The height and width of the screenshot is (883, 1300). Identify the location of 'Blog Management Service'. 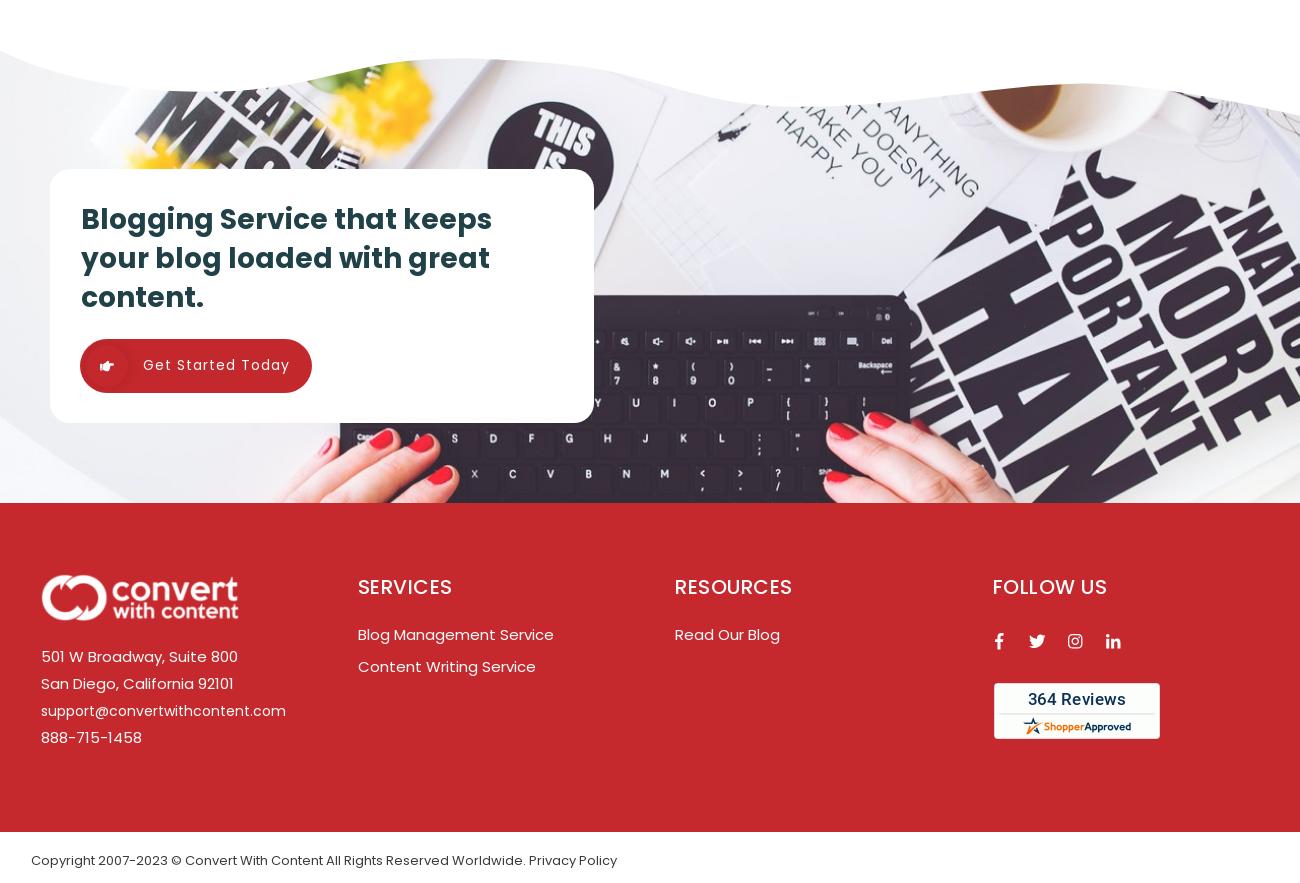
(453, 633).